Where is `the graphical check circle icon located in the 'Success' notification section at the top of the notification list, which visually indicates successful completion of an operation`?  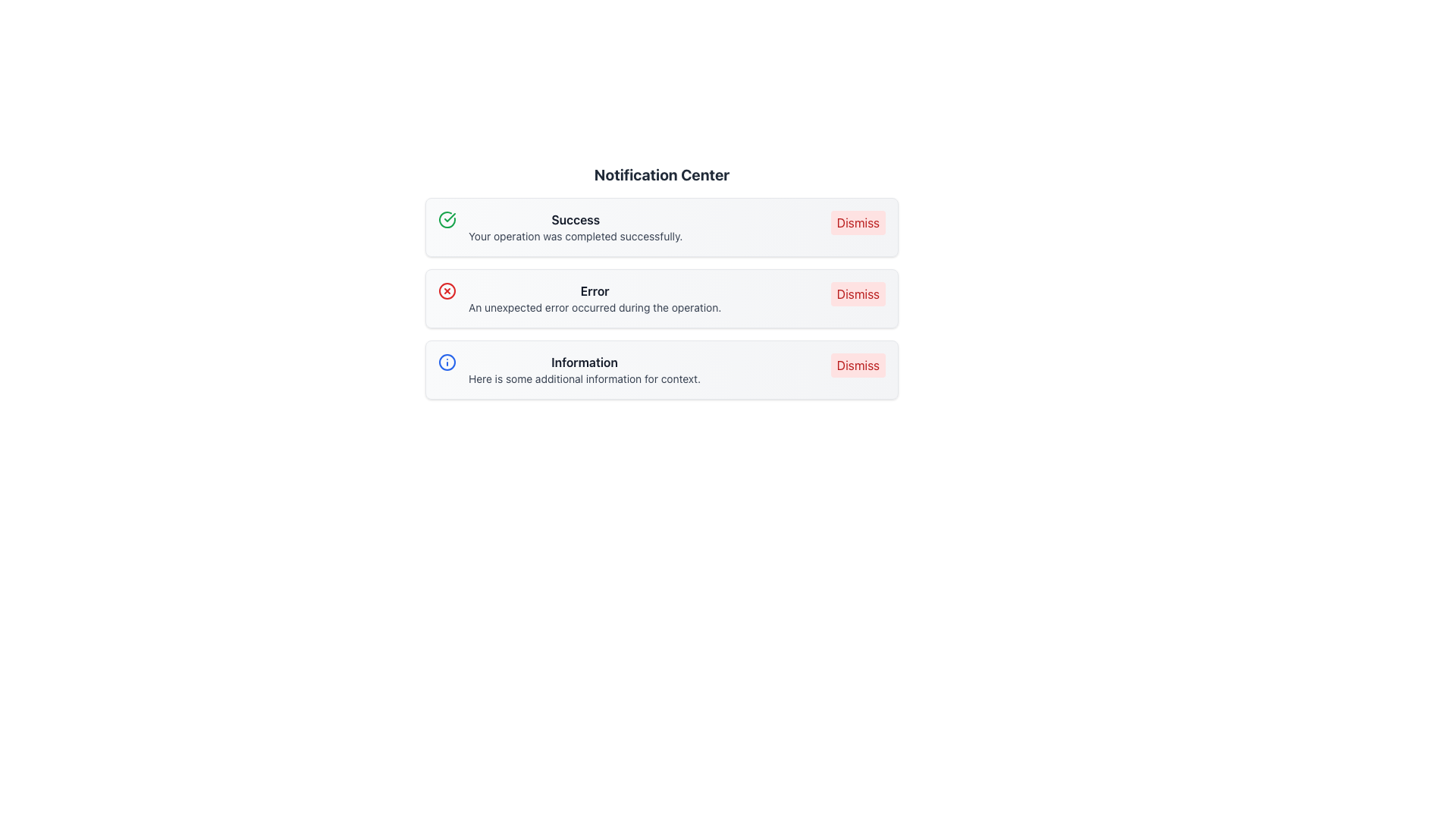
the graphical check circle icon located in the 'Success' notification section at the top of the notification list, which visually indicates successful completion of an operation is located at coordinates (447, 219).